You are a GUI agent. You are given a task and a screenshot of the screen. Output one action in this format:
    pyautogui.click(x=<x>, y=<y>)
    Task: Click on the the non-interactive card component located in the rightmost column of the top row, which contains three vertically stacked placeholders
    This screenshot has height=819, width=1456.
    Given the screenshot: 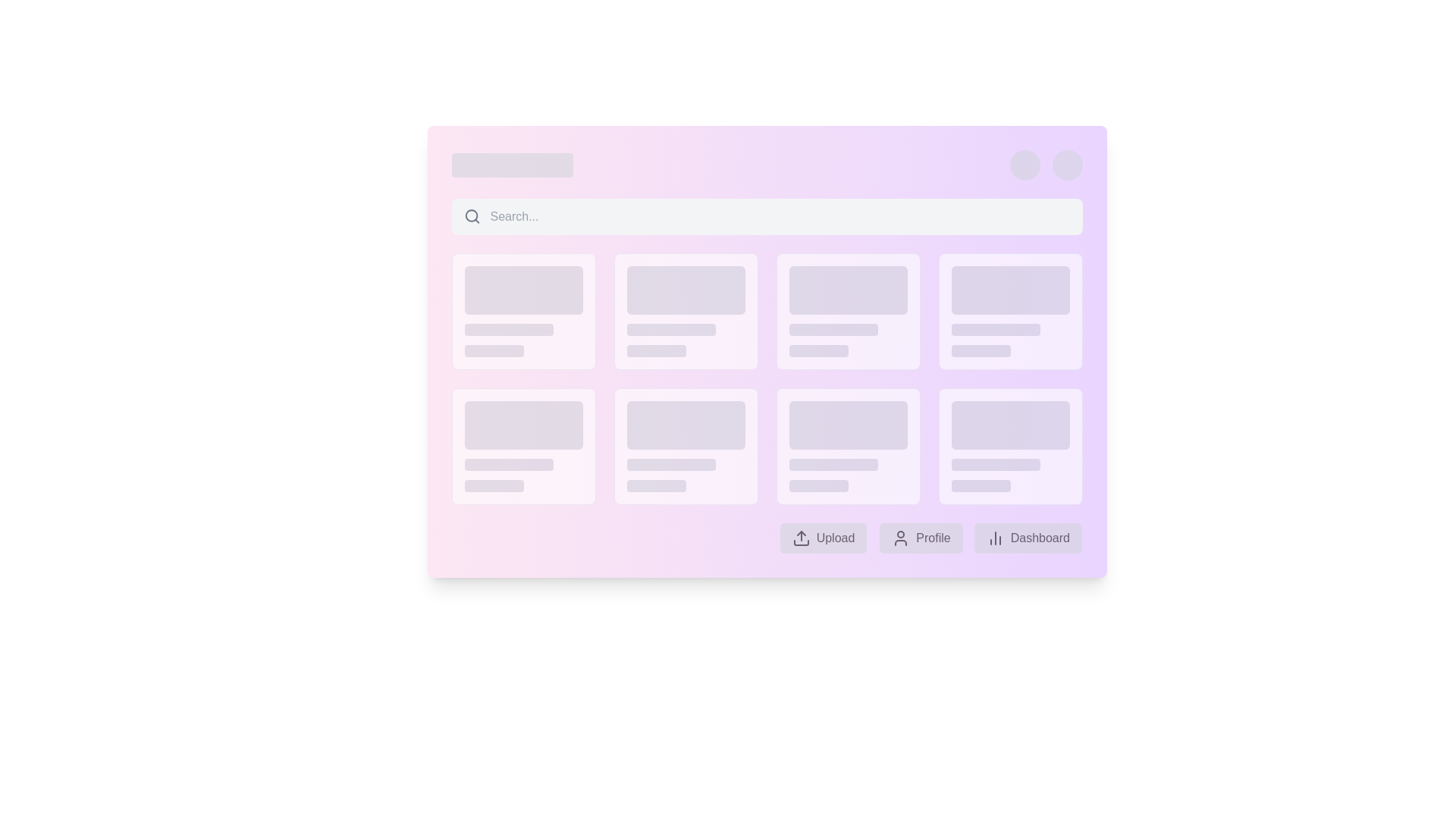 What is the action you would take?
    pyautogui.click(x=1010, y=311)
    